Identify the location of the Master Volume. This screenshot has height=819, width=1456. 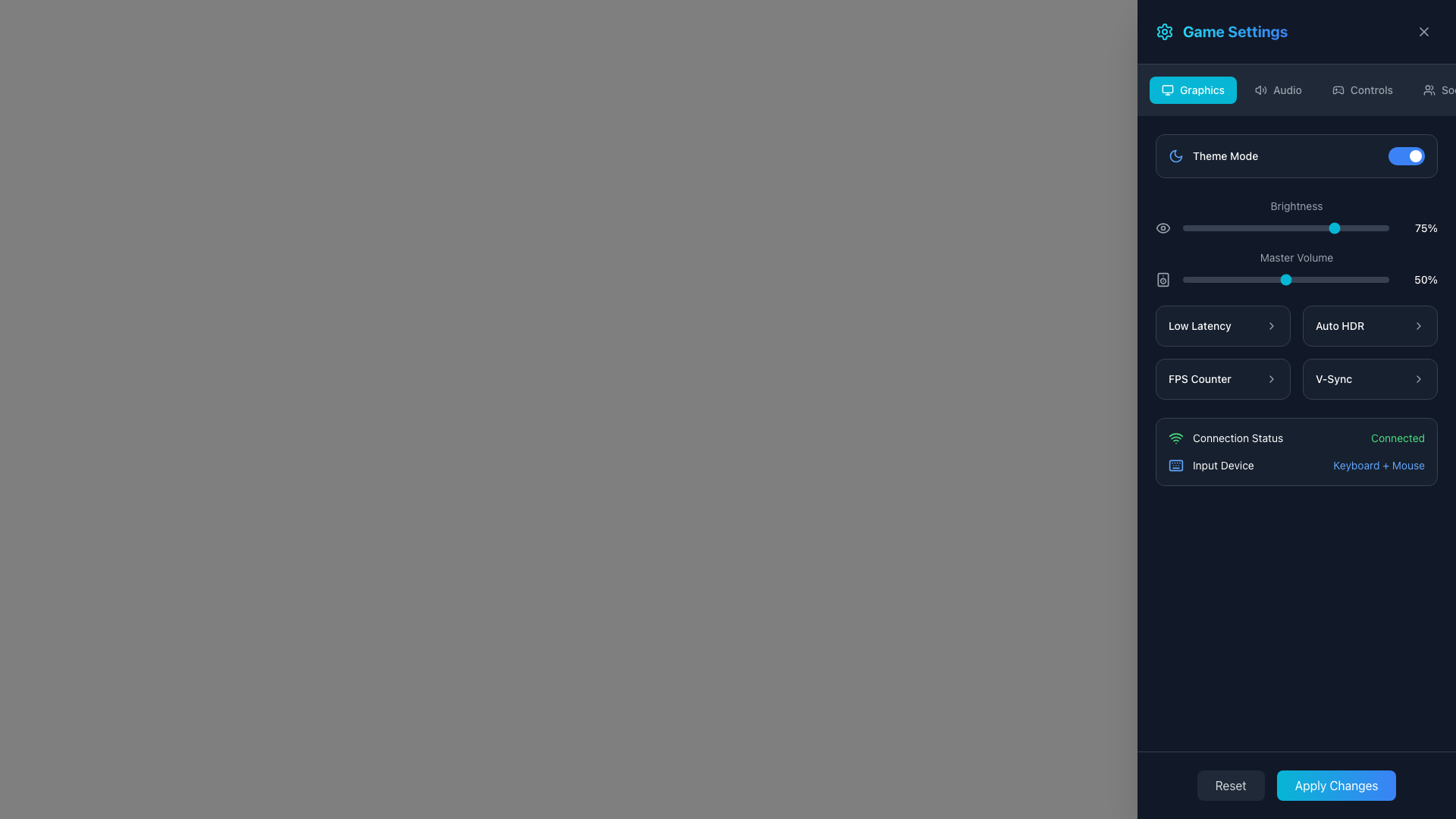
(1312, 280).